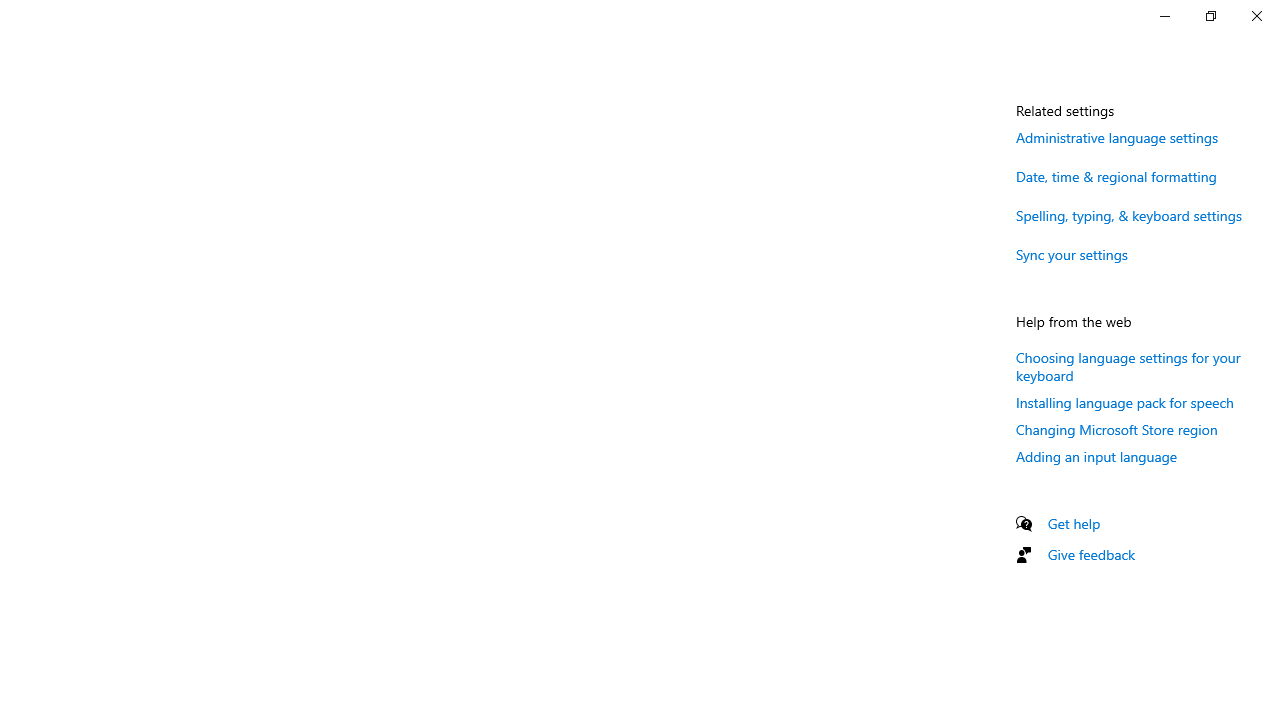  What do you see at coordinates (1164, 15) in the screenshot?
I see `'Minimize Settings'` at bounding box center [1164, 15].